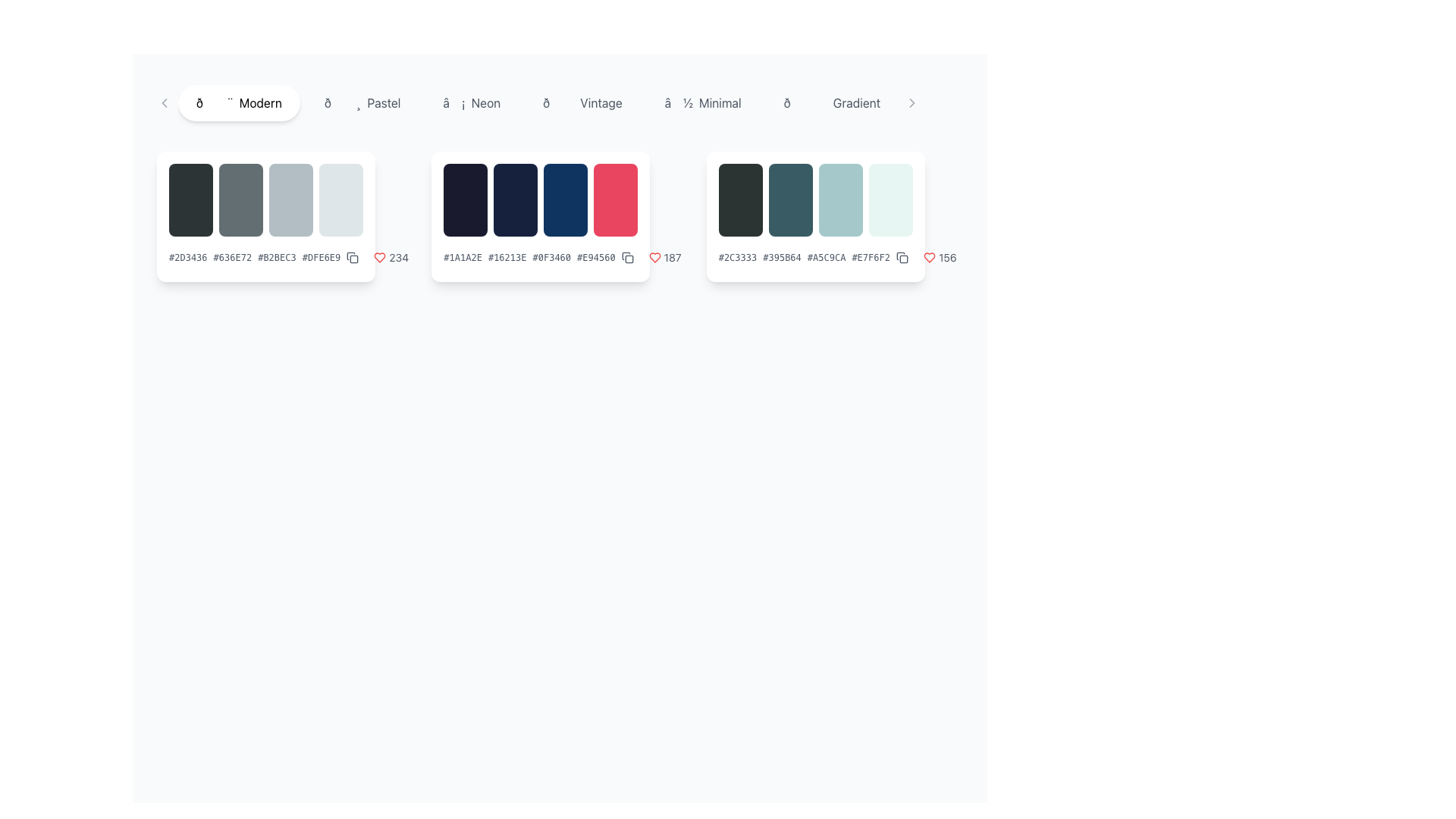 Image resolution: width=1456 pixels, height=819 pixels. What do you see at coordinates (672, 256) in the screenshot?
I see `the text element displaying the count of likes or favorites, which is located to the right of the heart-shaped icon in the third card from the left` at bounding box center [672, 256].